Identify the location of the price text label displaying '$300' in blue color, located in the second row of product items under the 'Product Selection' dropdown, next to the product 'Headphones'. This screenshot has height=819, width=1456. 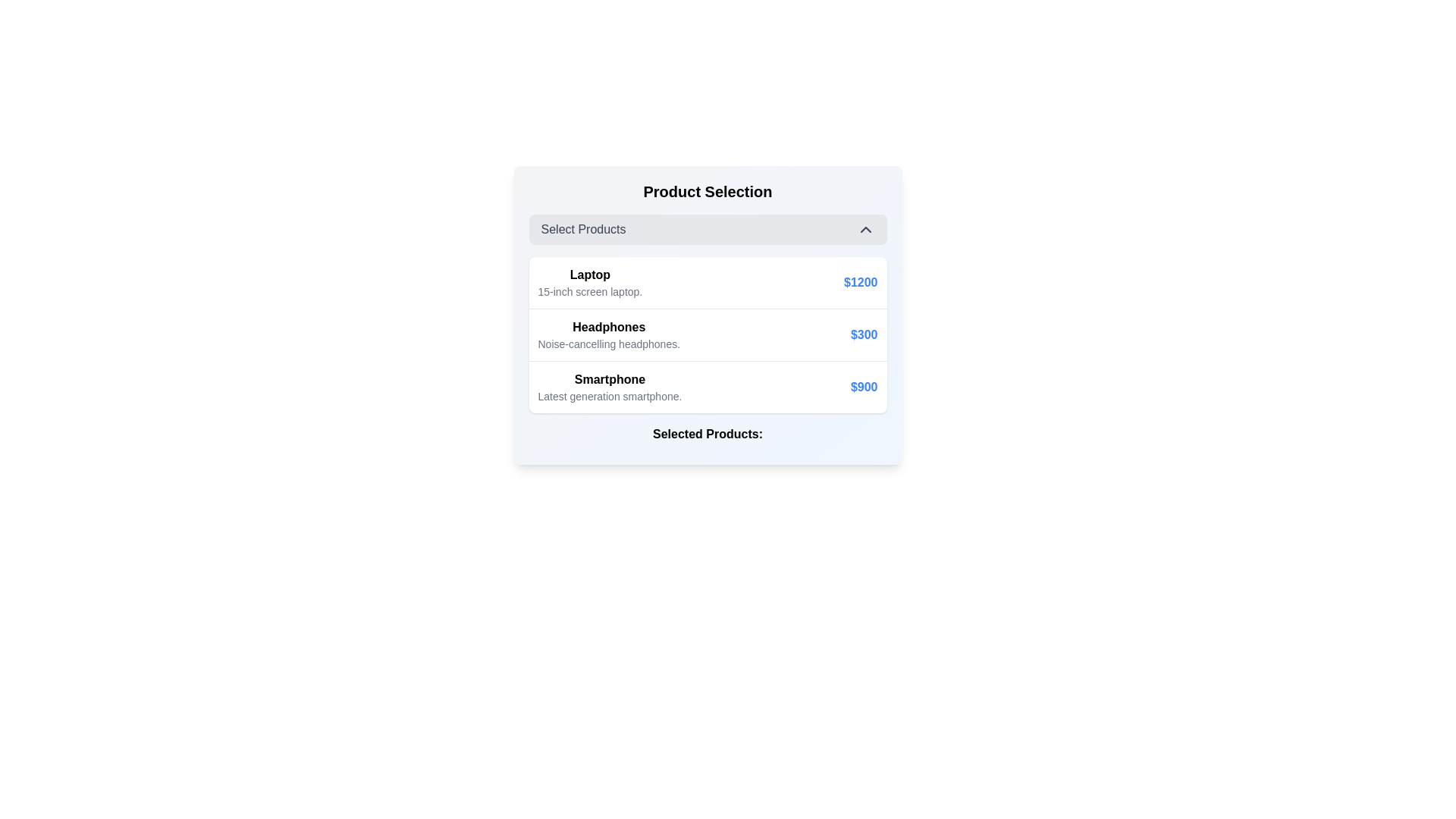
(864, 334).